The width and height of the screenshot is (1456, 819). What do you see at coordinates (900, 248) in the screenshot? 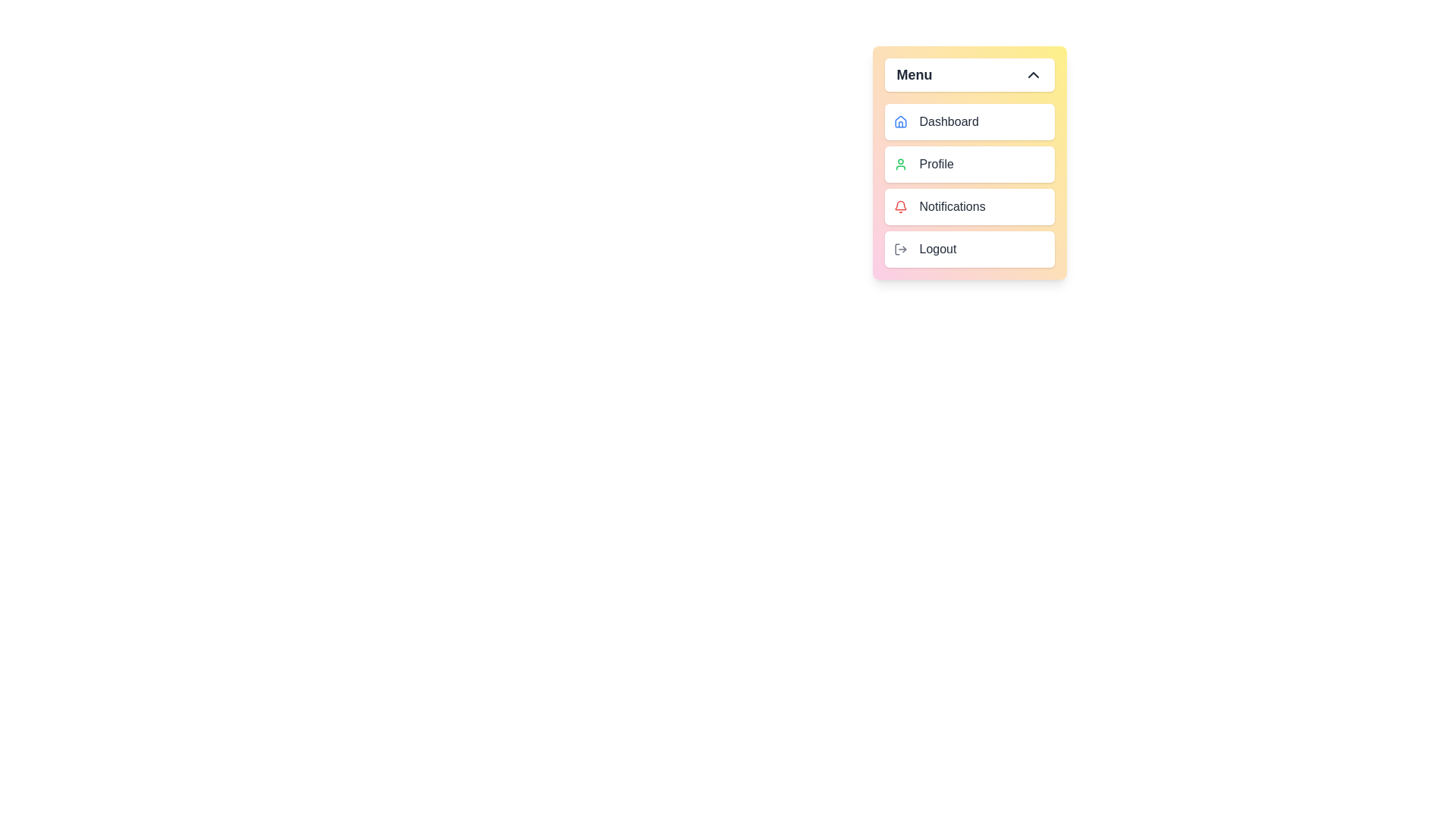
I see `the icon of the menu item labeled Logout` at bounding box center [900, 248].